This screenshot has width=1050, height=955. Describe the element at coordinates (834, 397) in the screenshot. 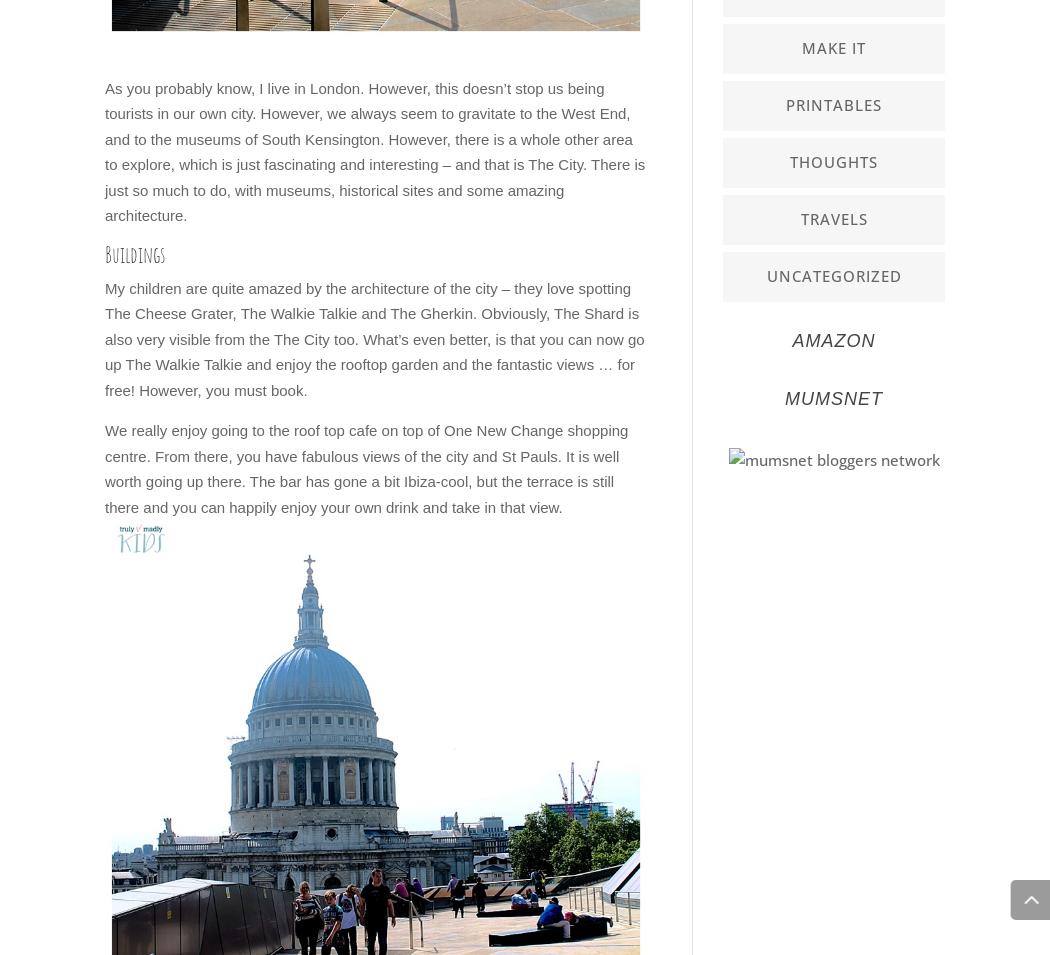

I see `'MumsNet'` at that location.